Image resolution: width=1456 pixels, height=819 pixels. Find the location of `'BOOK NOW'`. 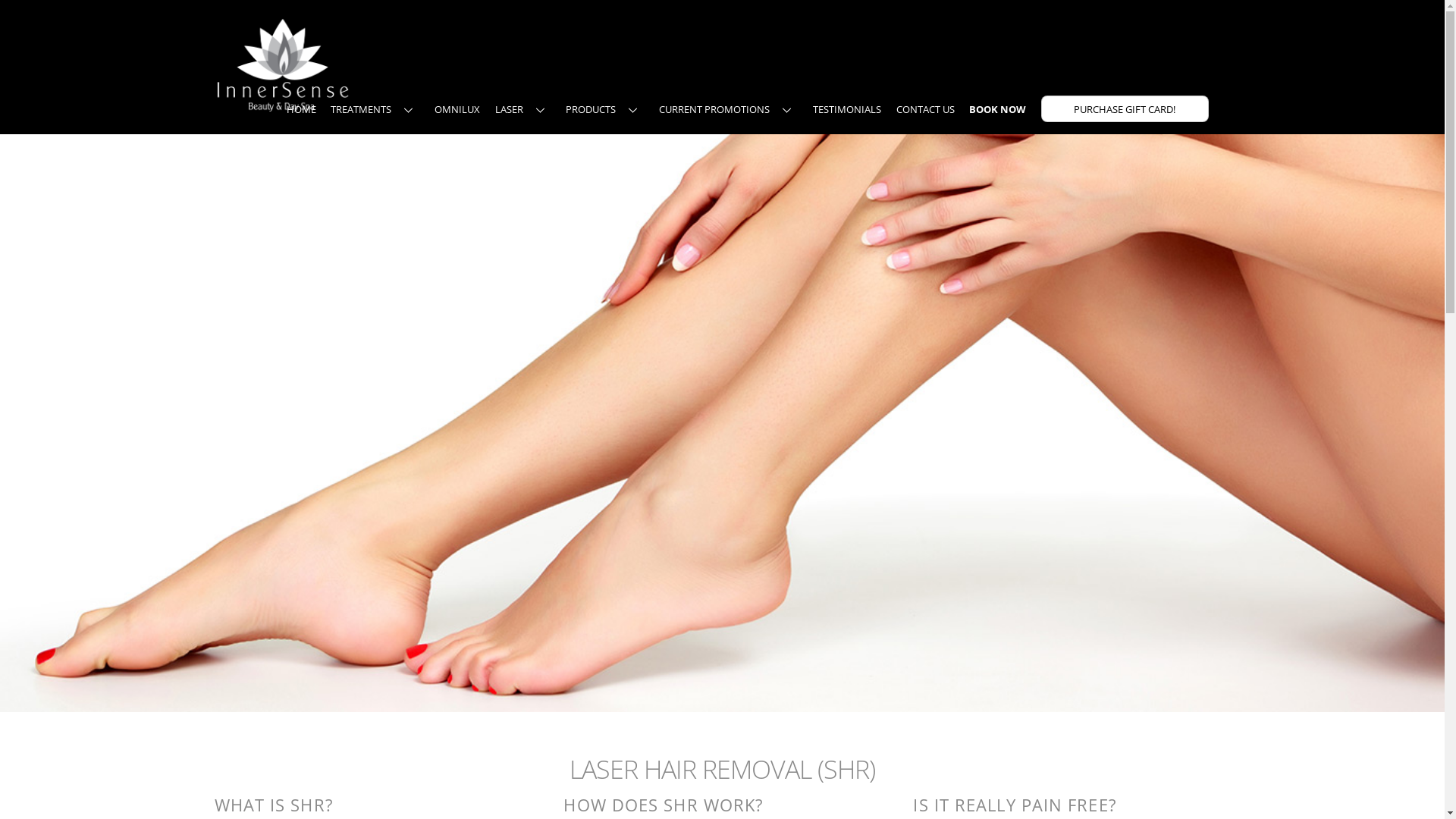

'BOOK NOW' is located at coordinates (997, 108).